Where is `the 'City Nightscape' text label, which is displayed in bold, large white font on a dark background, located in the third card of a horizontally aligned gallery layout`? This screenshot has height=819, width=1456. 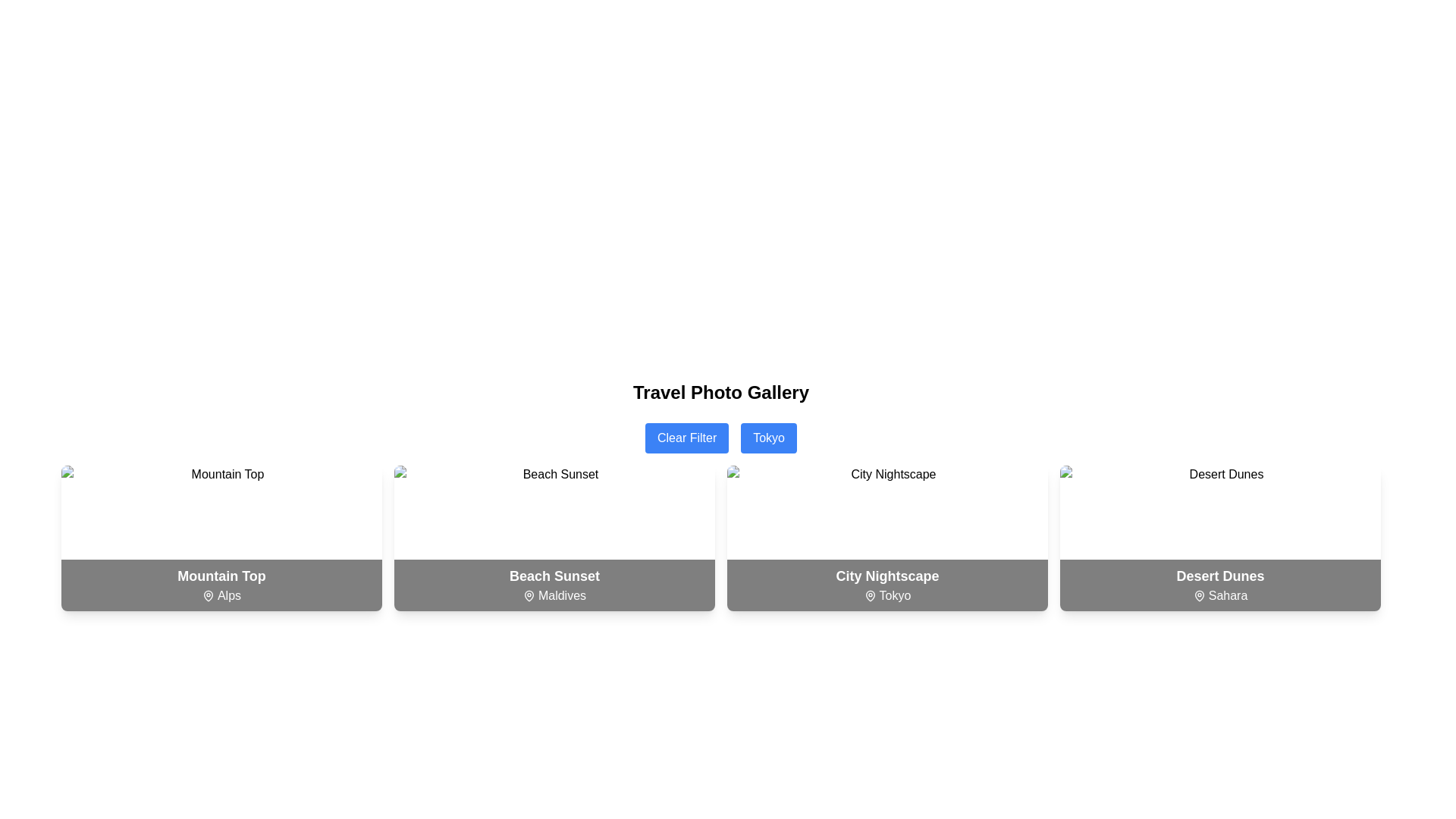
the 'City Nightscape' text label, which is displayed in bold, large white font on a dark background, located in the third card of a horizontally aligned gallery layout is located at coordinates (887, 576).